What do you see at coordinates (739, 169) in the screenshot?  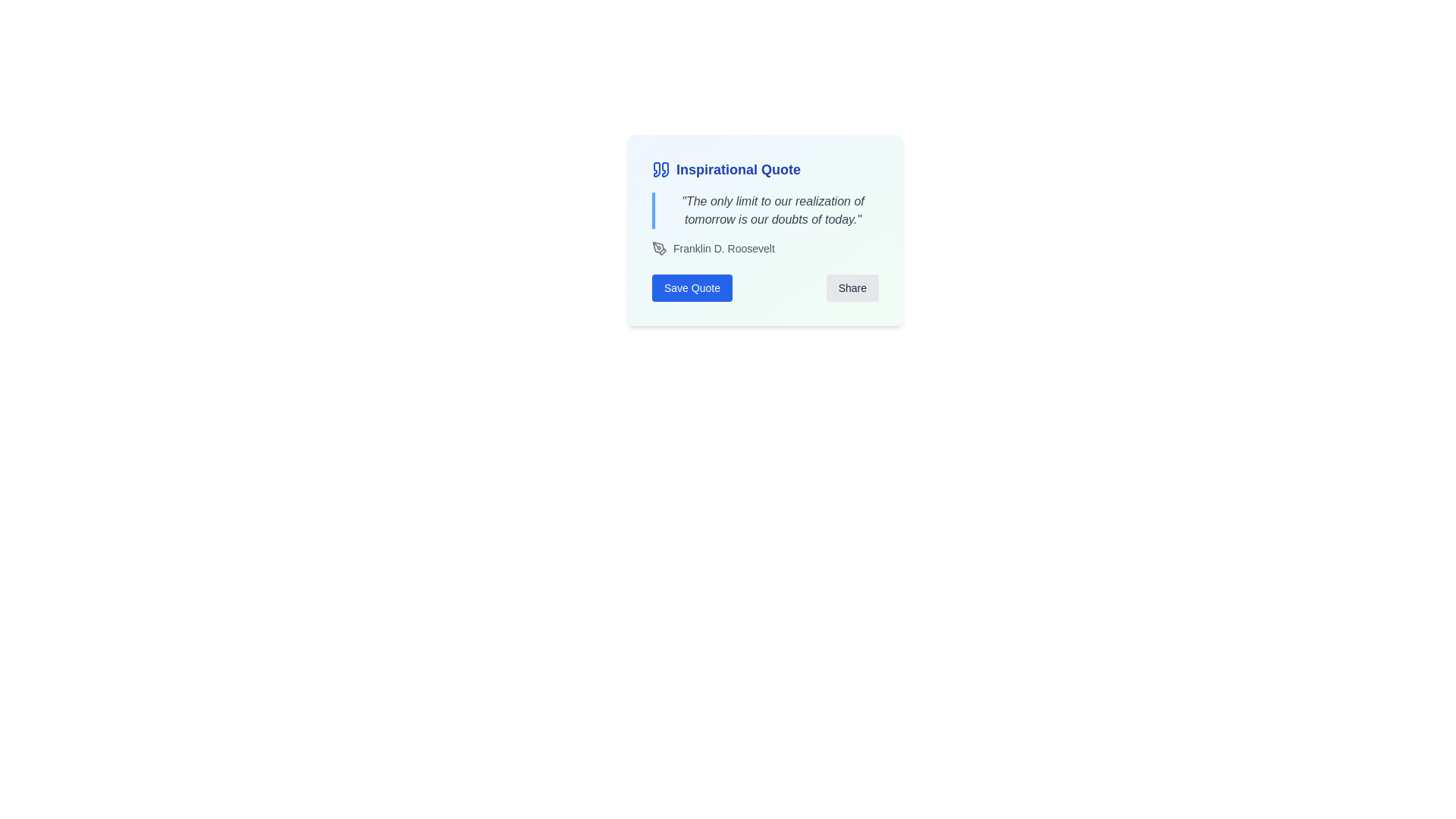 I see `the text label that contains the words 'Inspirational Quote', which is styled with a large bold font in deep blue color` at bounding box center [739, 169].